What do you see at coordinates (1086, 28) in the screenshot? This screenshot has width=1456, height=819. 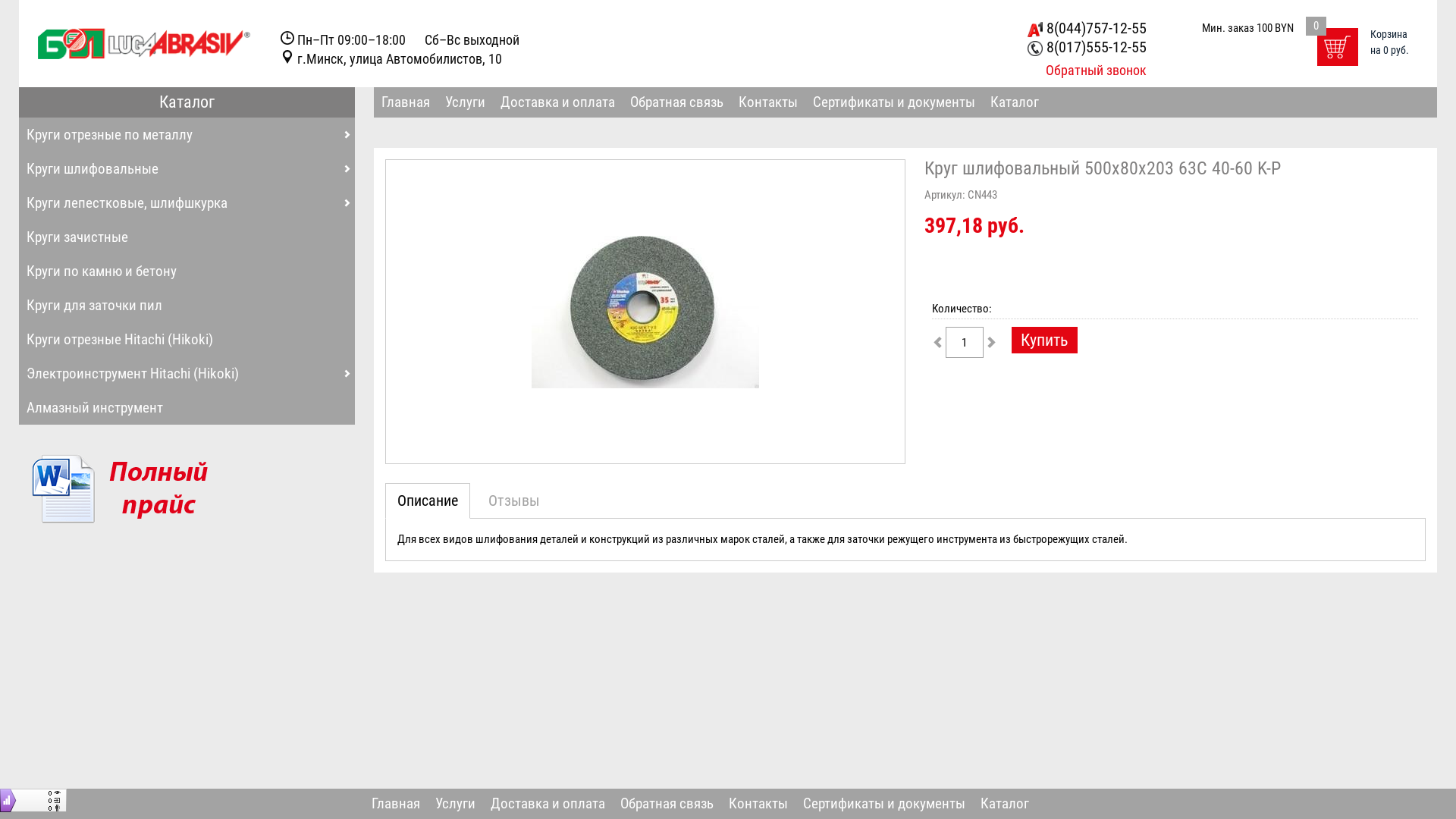 I see `'8(044)757-12-55'` at bounding box center [1086, 28].